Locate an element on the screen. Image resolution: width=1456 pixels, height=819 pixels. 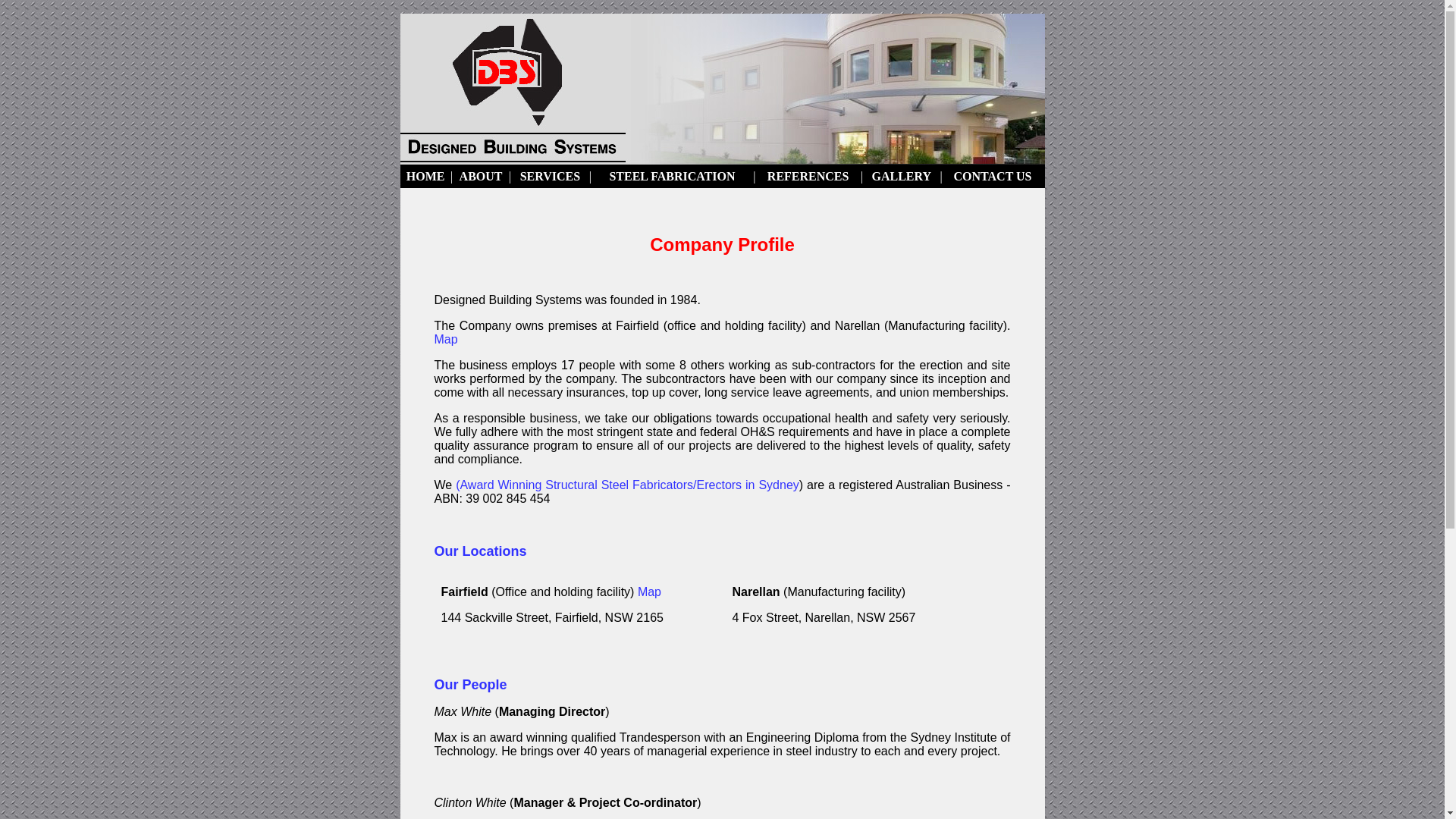
'REFERENCES' is located at coordinates (807, 175).